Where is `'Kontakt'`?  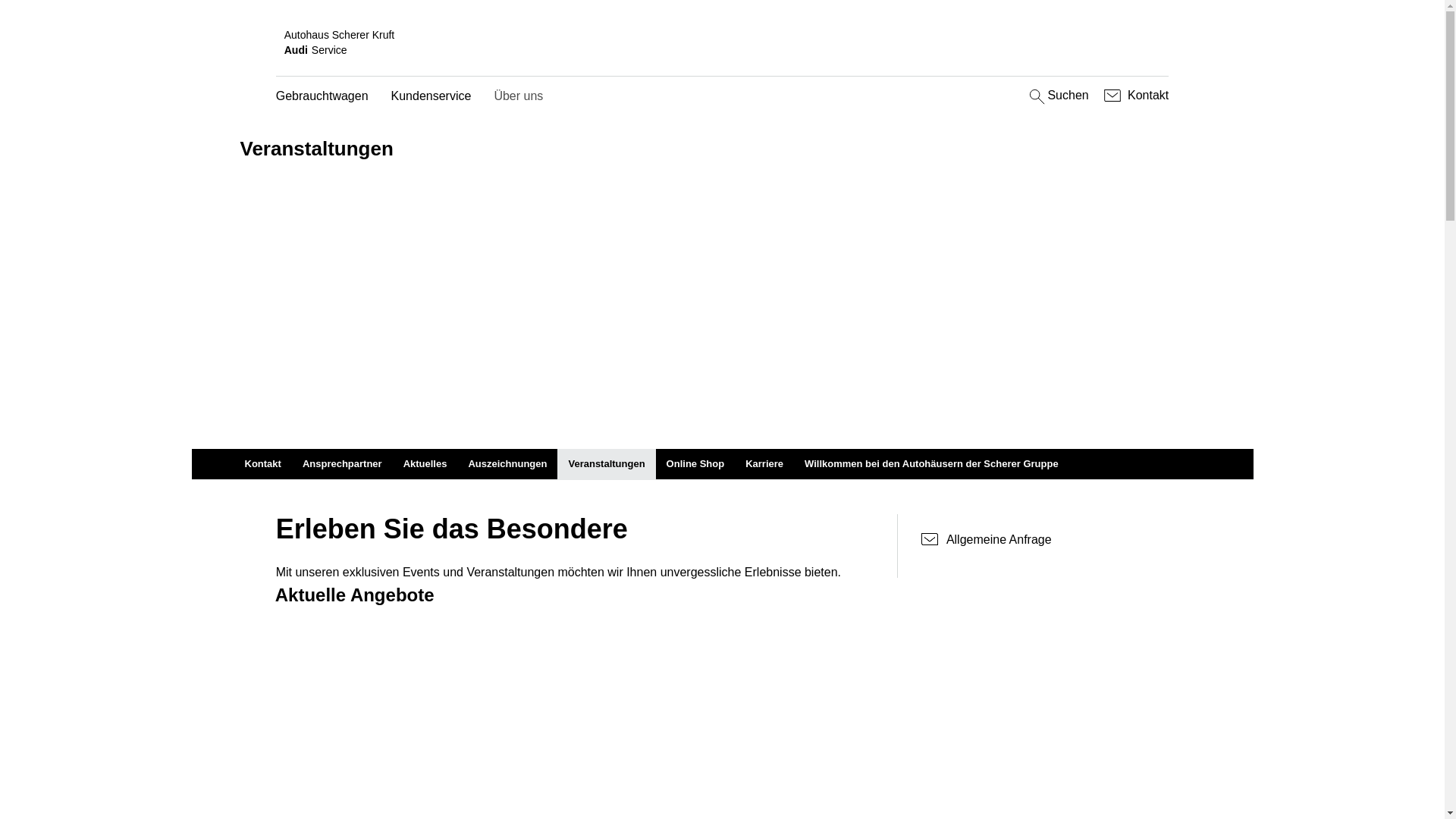
'Kontakt' is located at coordinates (1100, 96).